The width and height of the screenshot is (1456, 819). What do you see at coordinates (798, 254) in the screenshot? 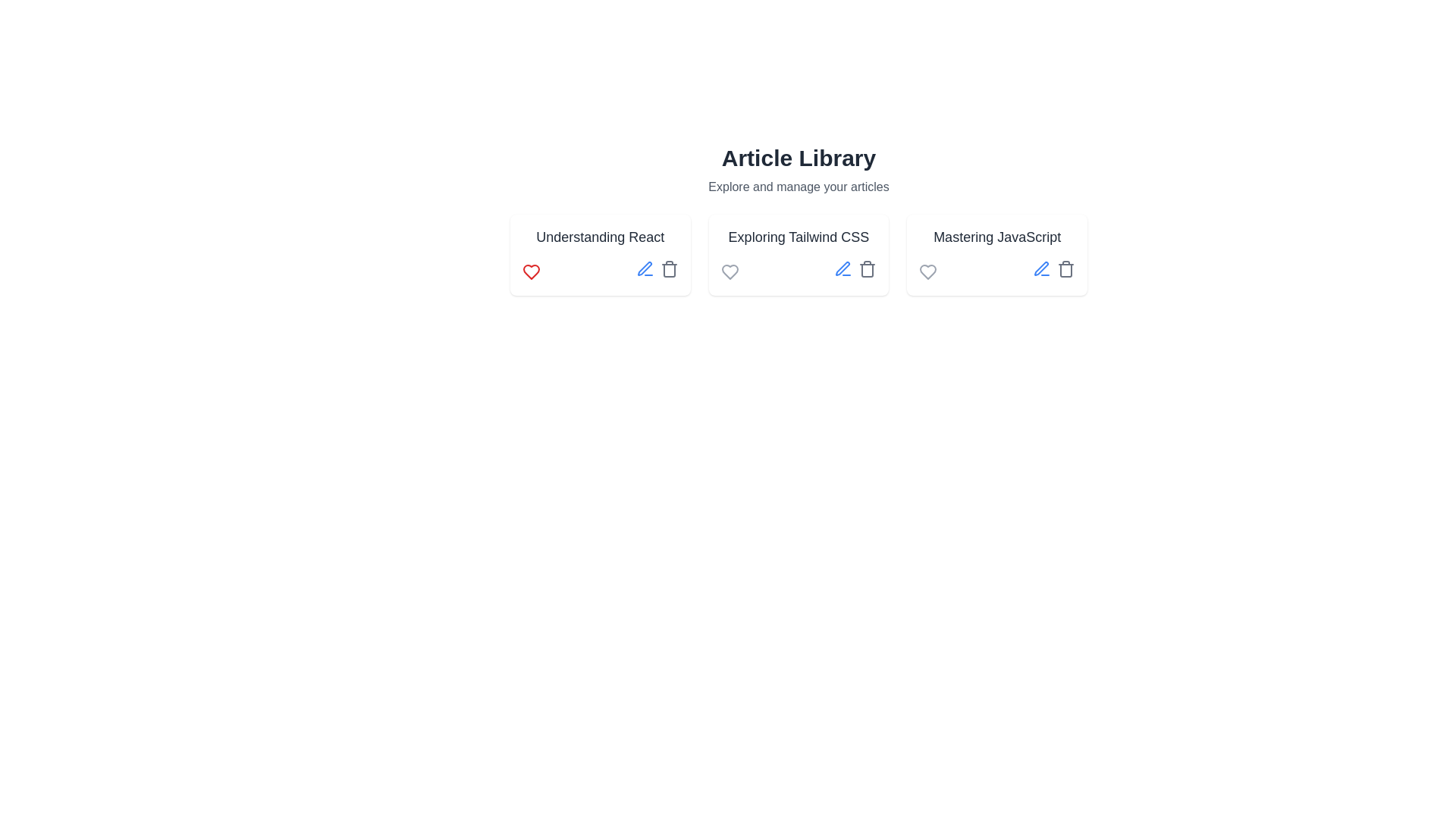
I see `the interactive card titled 'Exploring Tailwind CSS'` at bounding box center [798, 254].